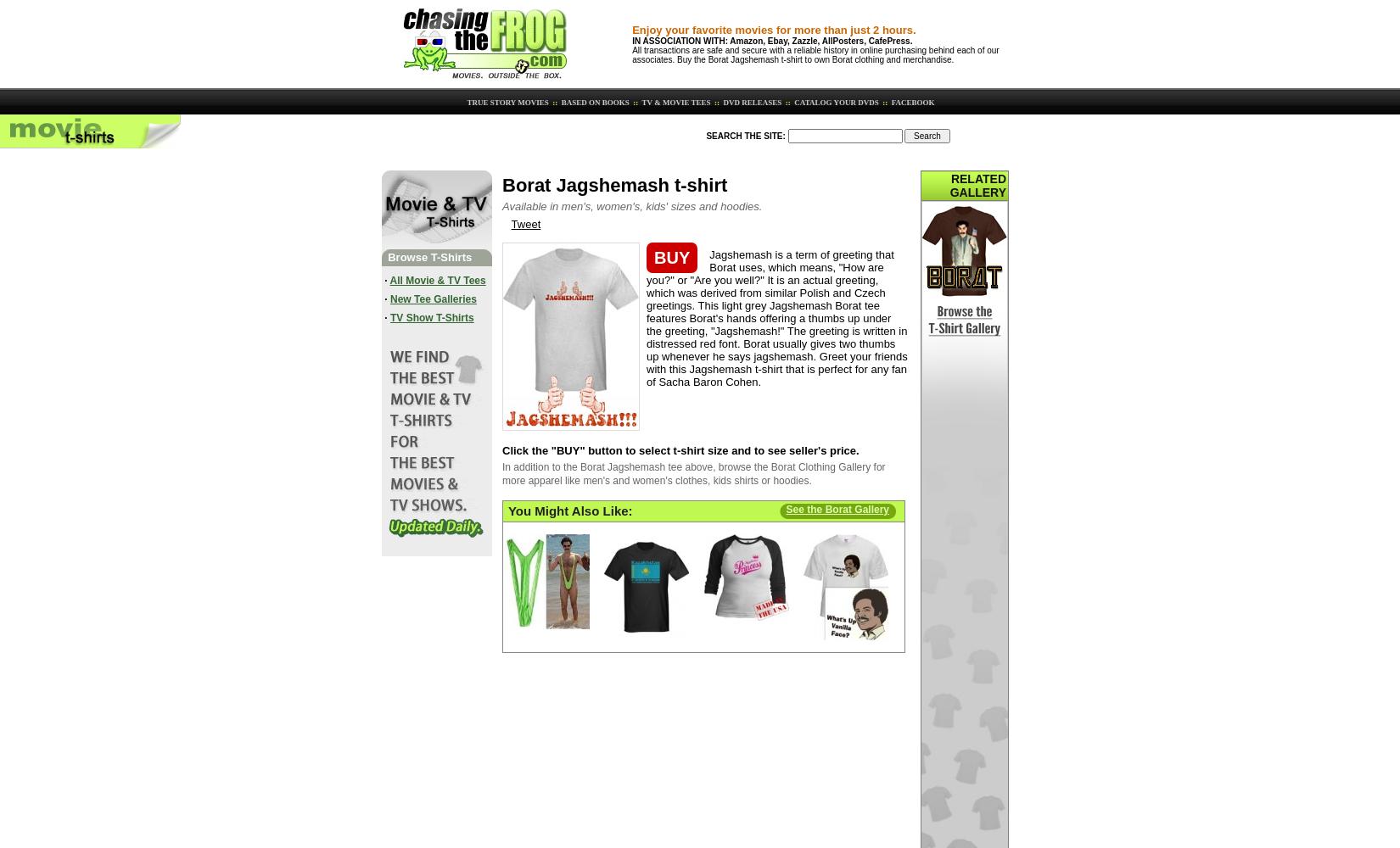  What do you see at coordinates (463, 101) in the screenshot?
I see `'TRUE STORY MOVIES'` at bounding box center [463, 101].